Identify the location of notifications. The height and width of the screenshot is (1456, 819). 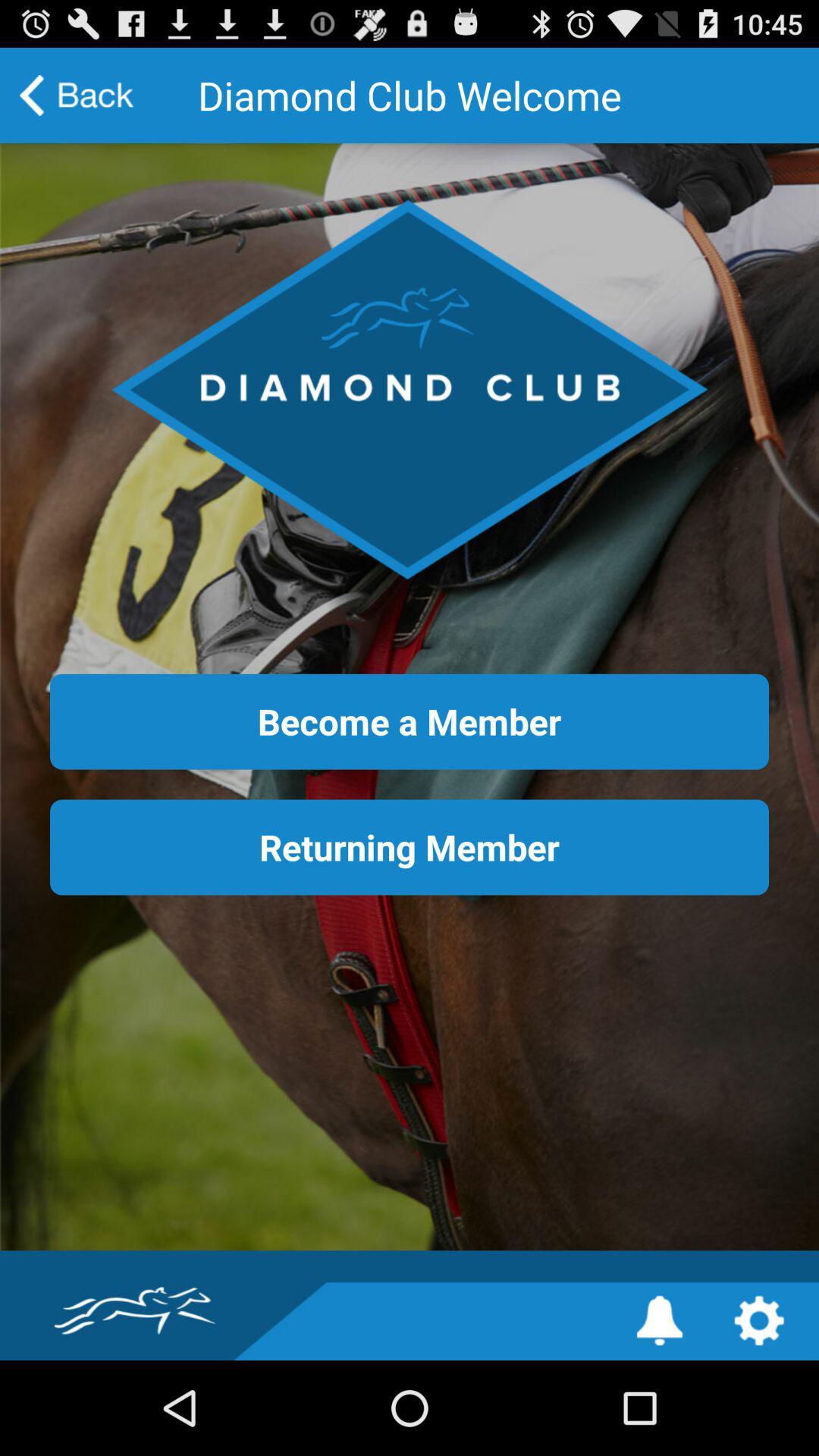
(659, 1319).